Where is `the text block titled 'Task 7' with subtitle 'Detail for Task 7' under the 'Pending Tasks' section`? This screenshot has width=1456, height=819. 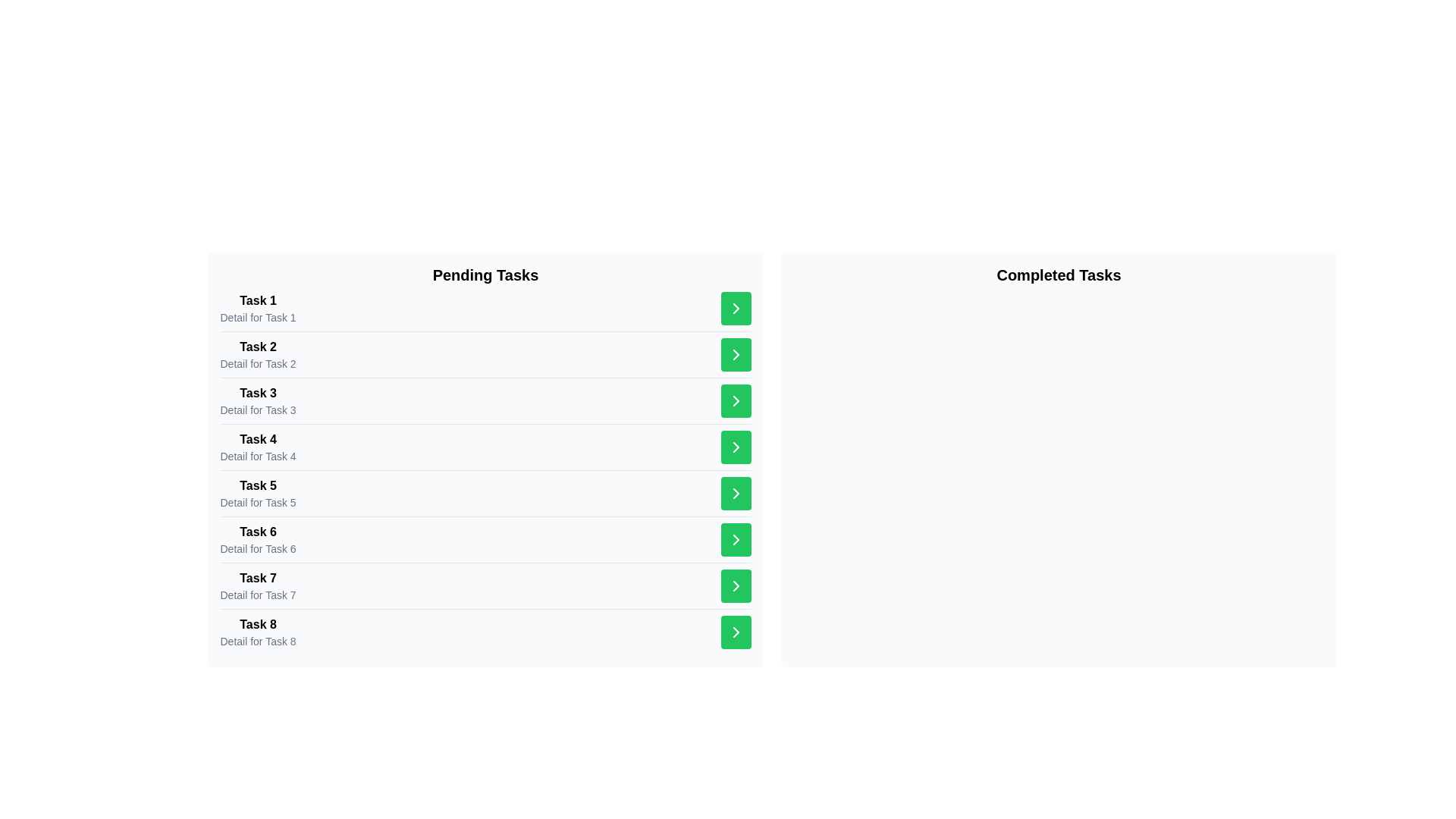 the text block titled 'Task 7' with subtitle 'Detail for Task 7' under the 'Pending Tasks' section is located at coordinates (258, 585).